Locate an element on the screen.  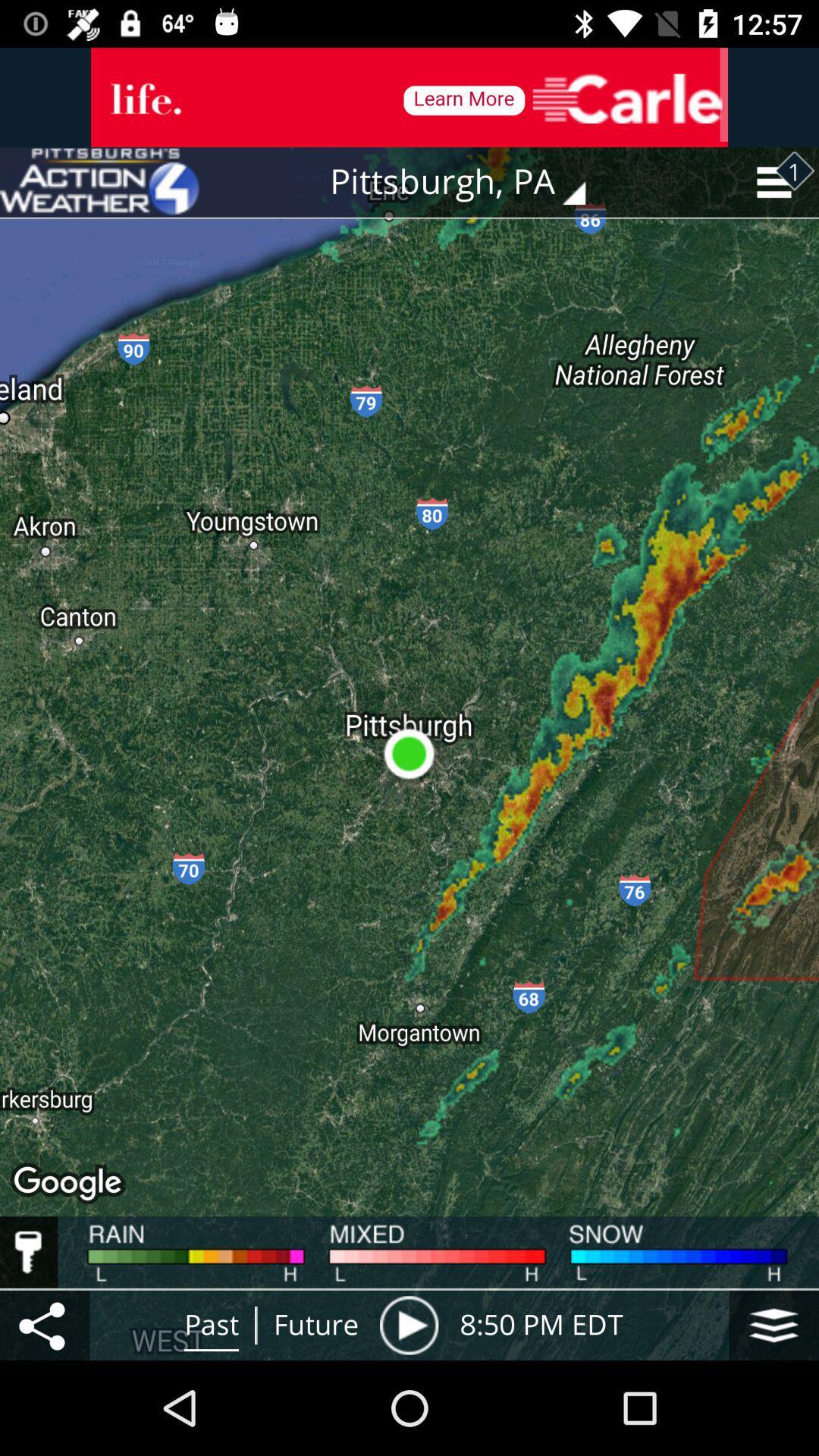
the item next to the past item is located at coordinates (44, 1324).